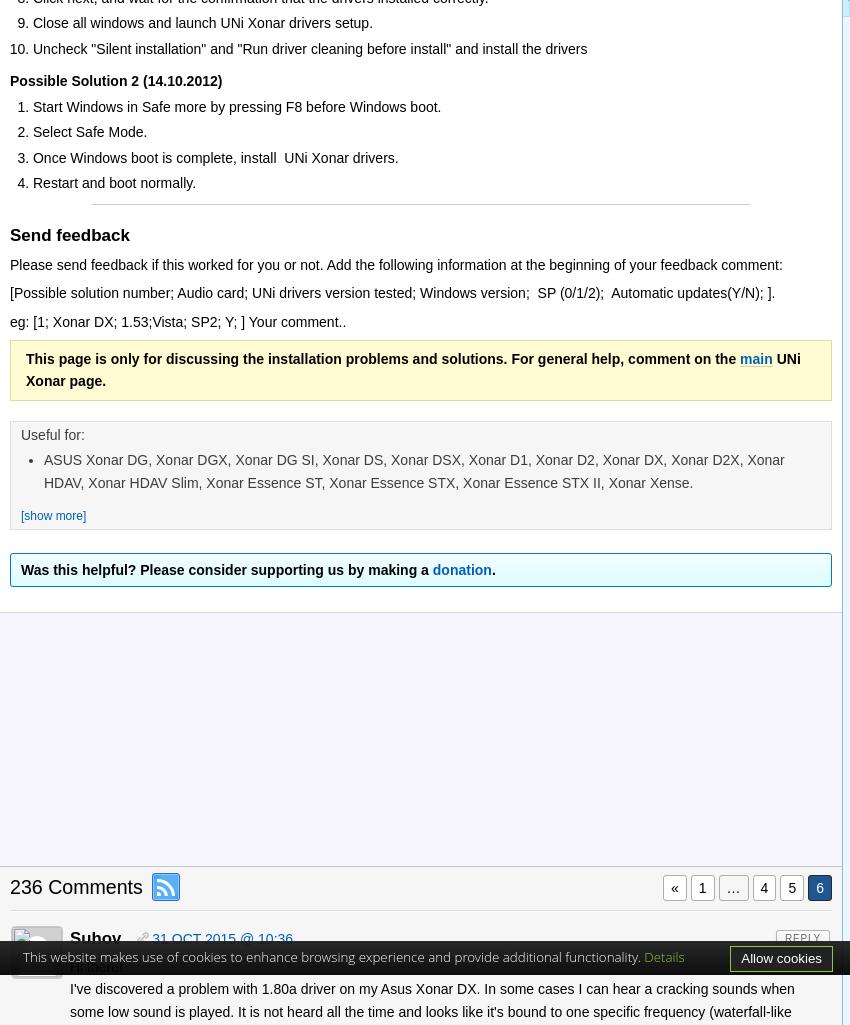 This screenshot has width=850, height=1025. I want to click on 'Restart and boot normally.', so click(112, 181).